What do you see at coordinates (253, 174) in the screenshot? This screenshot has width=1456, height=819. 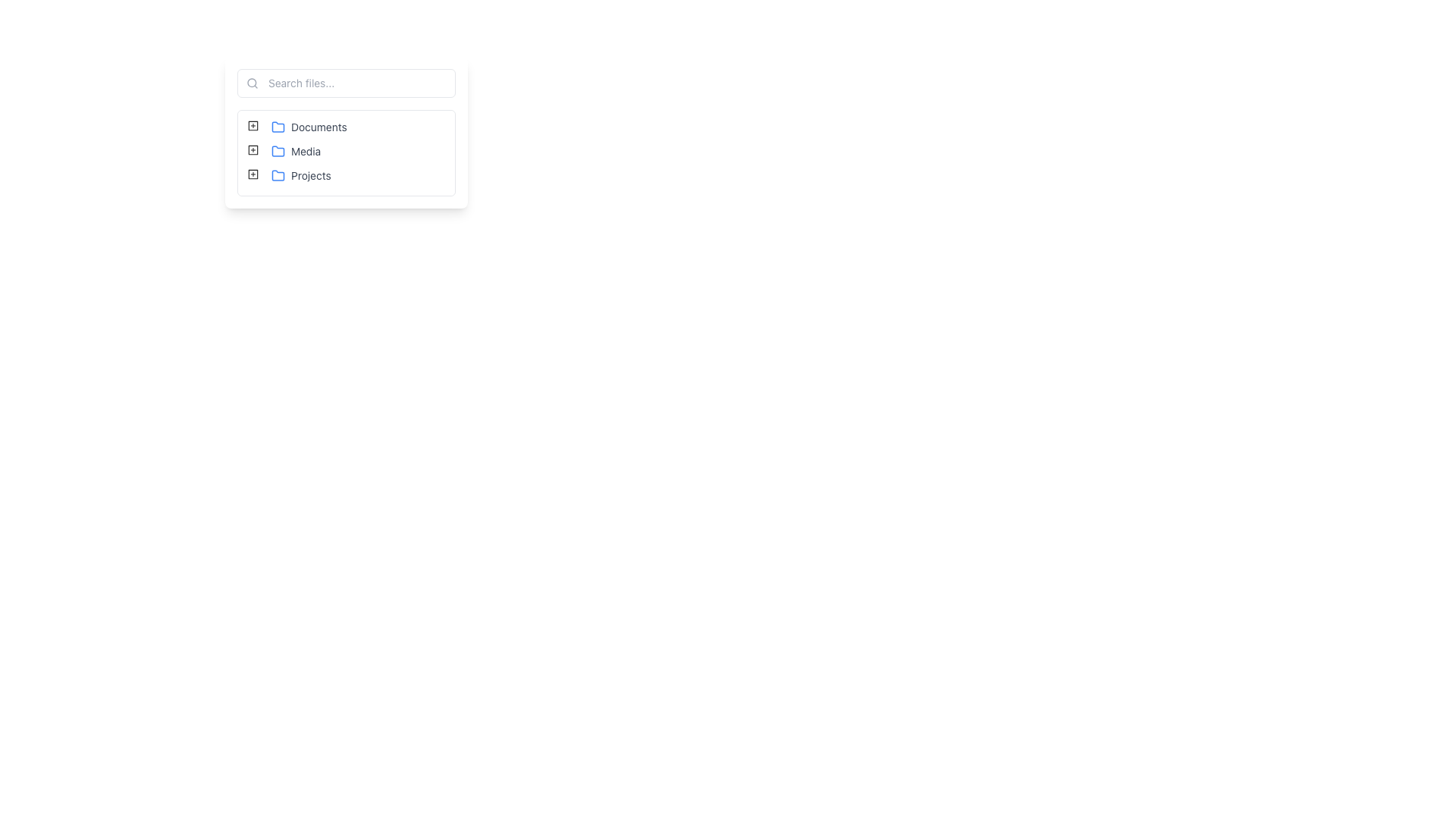 I see `the Expandable toggle icon with a '+' symbol located at the third position under the 'Projects' label` at bounding box center [253, 174].